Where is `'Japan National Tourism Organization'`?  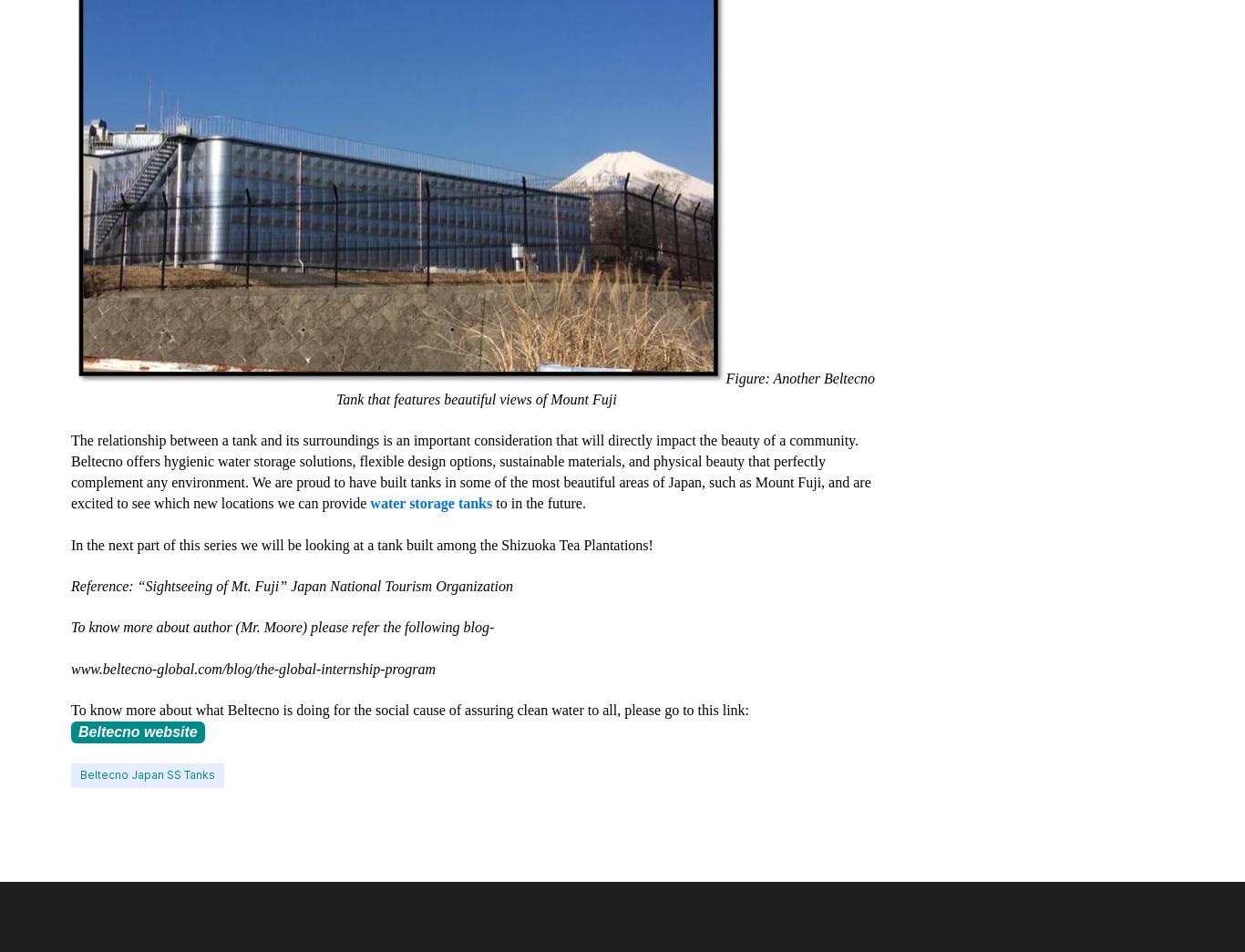 'Japan National Tourism Organization' is located at coordinates (400, 586).